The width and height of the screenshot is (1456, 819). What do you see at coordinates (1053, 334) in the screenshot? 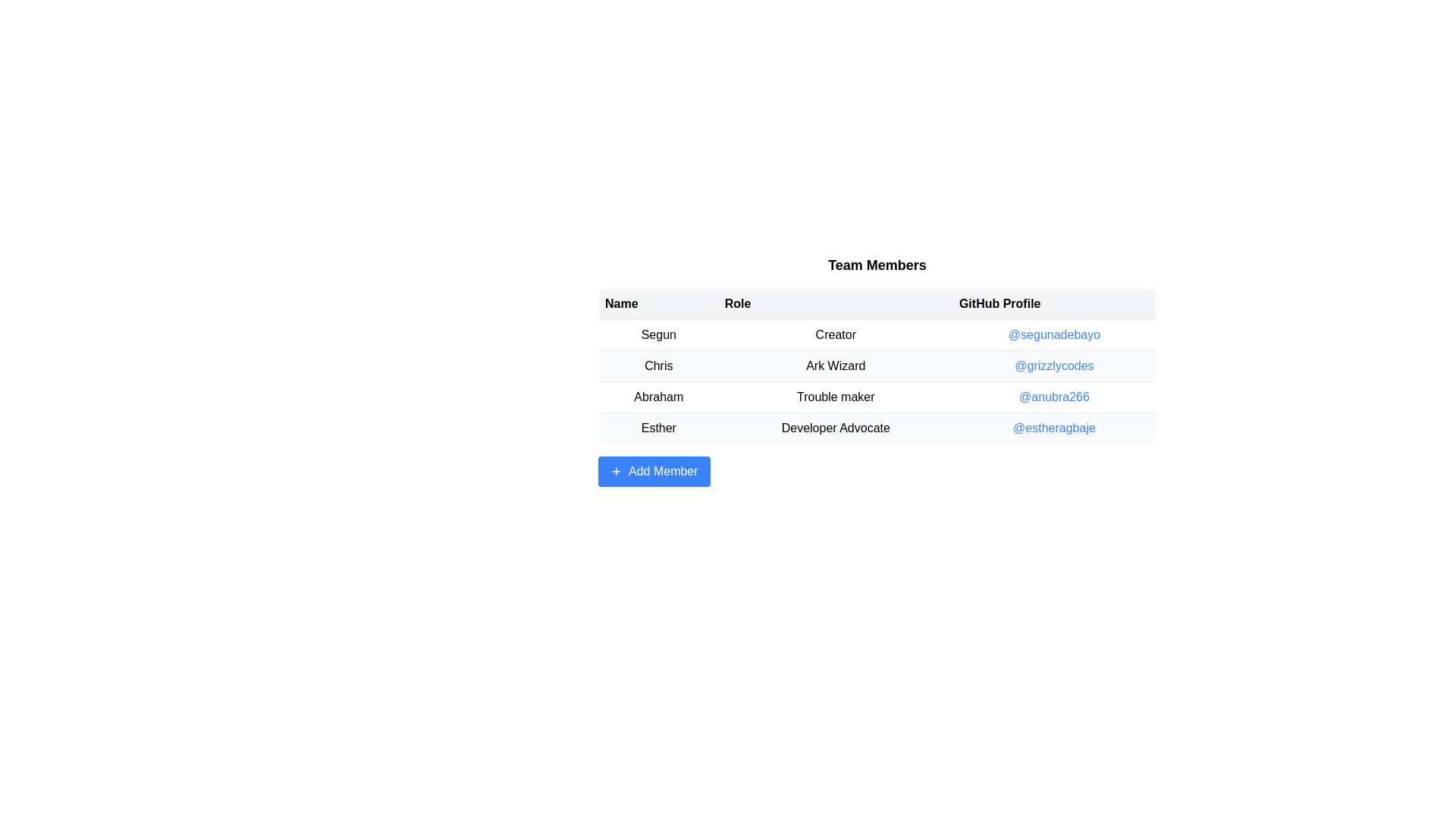
I see `the hyperlink '@segunadebayo' in the 'GitHub Profile' column, which is the third entry and corresponds to the 'Creator' role and 'Segun' name` at bounding box center [1053, 334].